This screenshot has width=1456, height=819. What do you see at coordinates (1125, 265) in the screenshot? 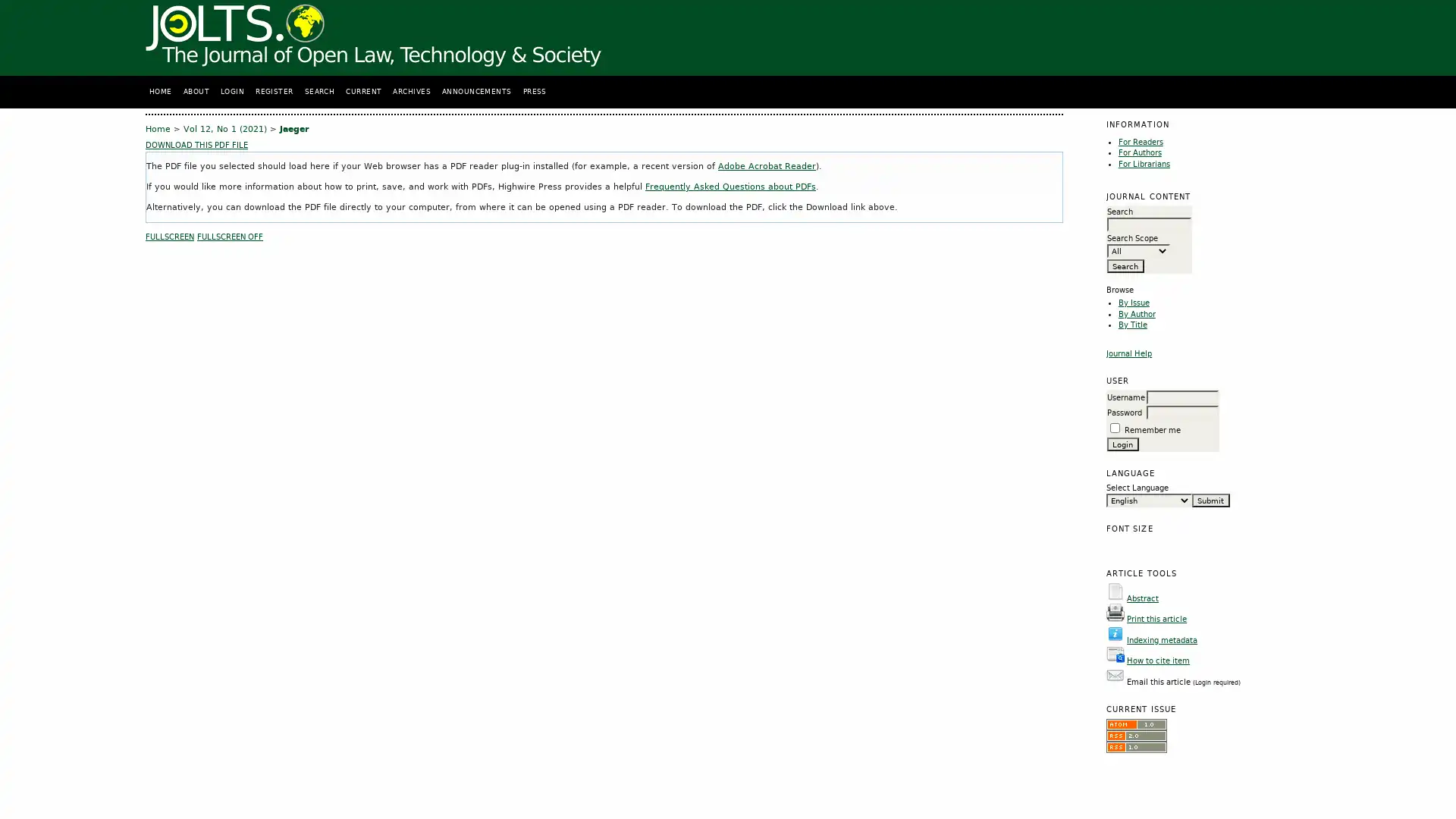
I see `Search` at bounding box center [1125, 265].